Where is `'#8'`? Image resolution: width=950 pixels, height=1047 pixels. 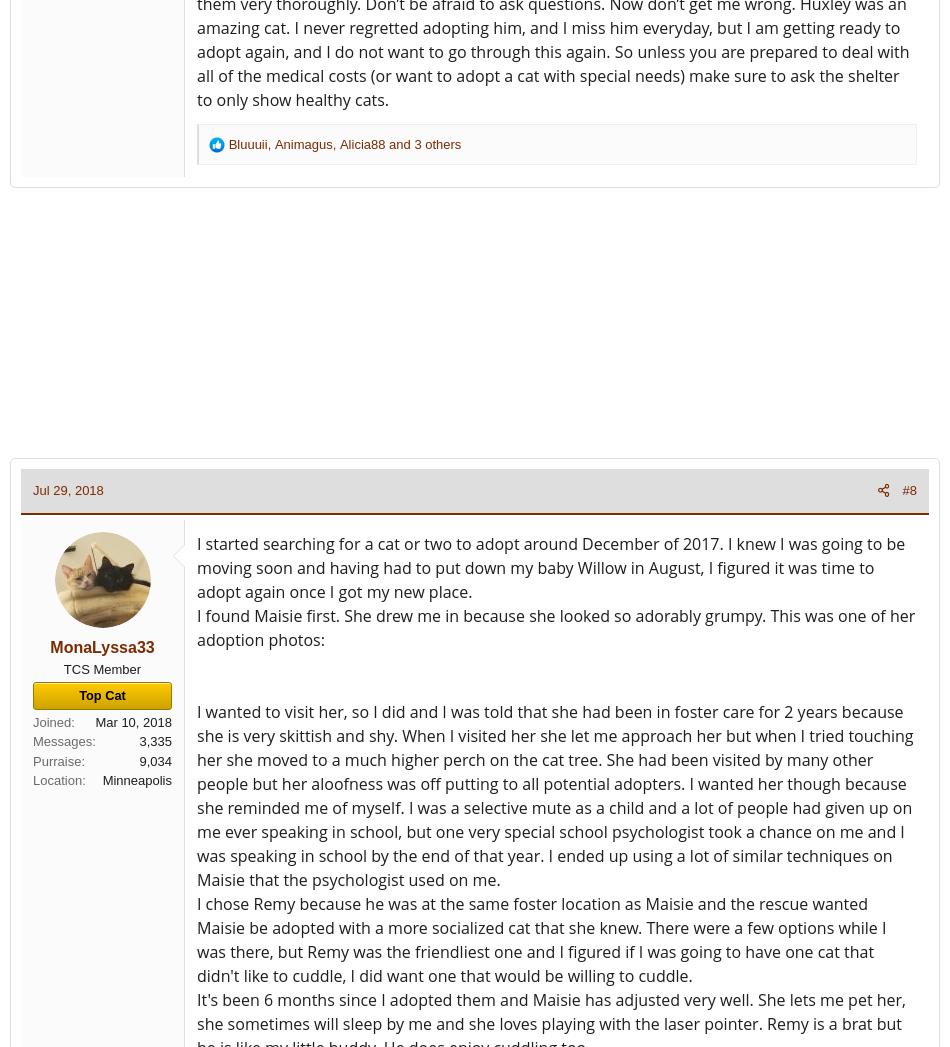
'#8' is located at coordinates (908, 489).